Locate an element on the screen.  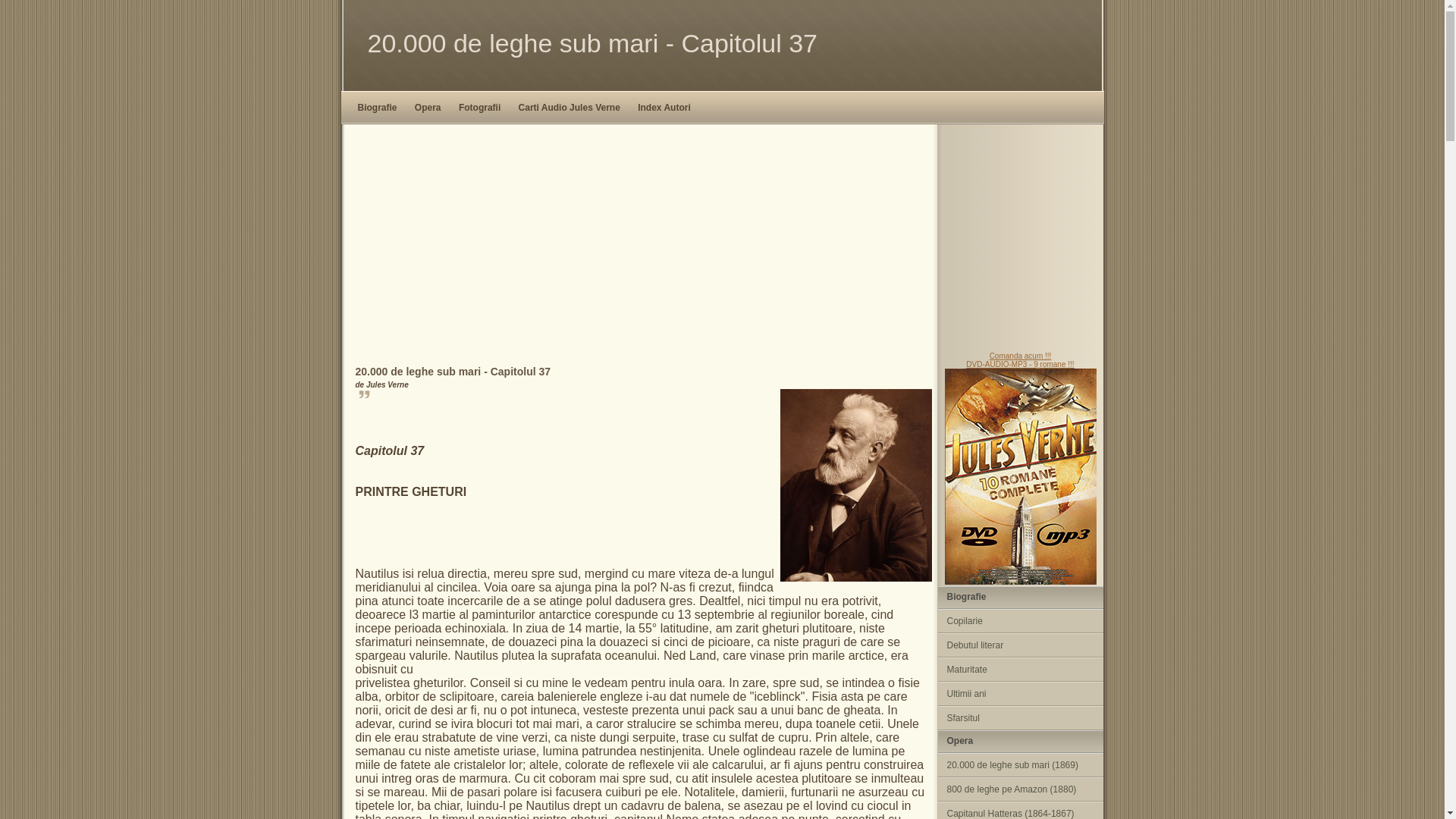
'Carti Audio Jules Verne' is located at coordinates (568, 107).